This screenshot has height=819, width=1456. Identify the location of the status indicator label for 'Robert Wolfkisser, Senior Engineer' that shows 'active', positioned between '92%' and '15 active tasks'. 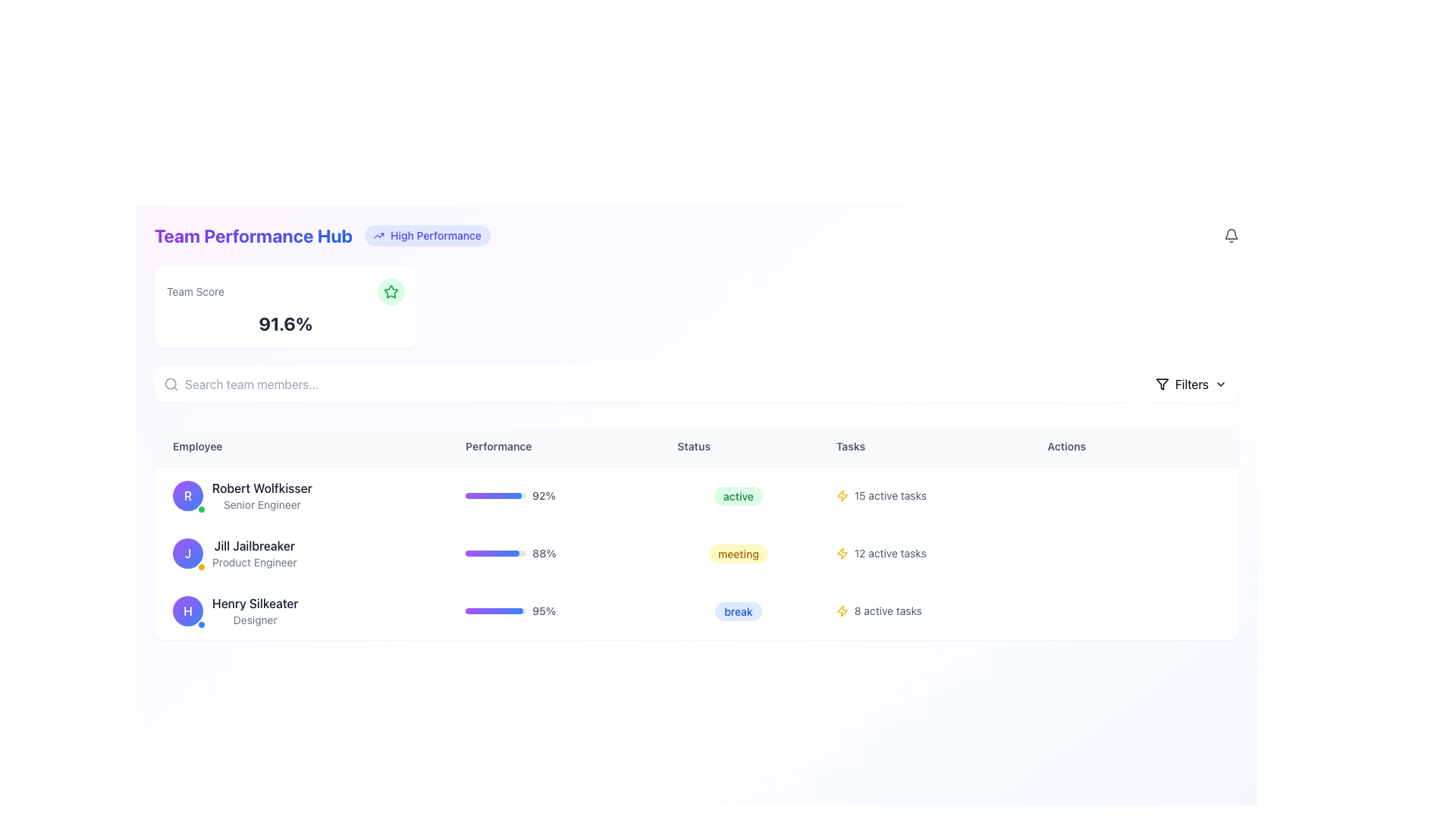
(739, 495).